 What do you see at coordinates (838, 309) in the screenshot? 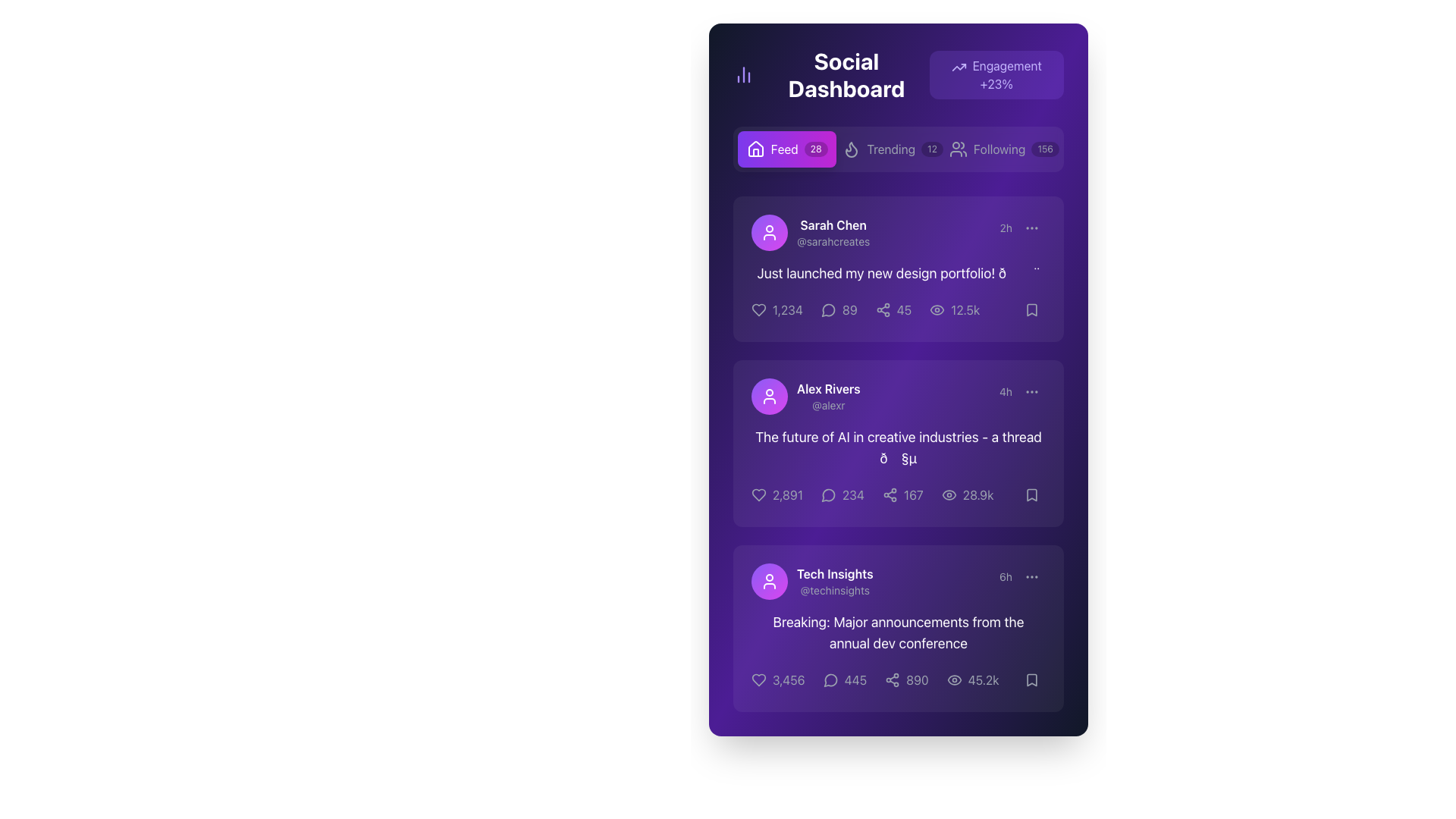
I see `the interactive element displaying the count of user comments or interactions, located between the heart icon and share icon` at bounding box center [838, 309].